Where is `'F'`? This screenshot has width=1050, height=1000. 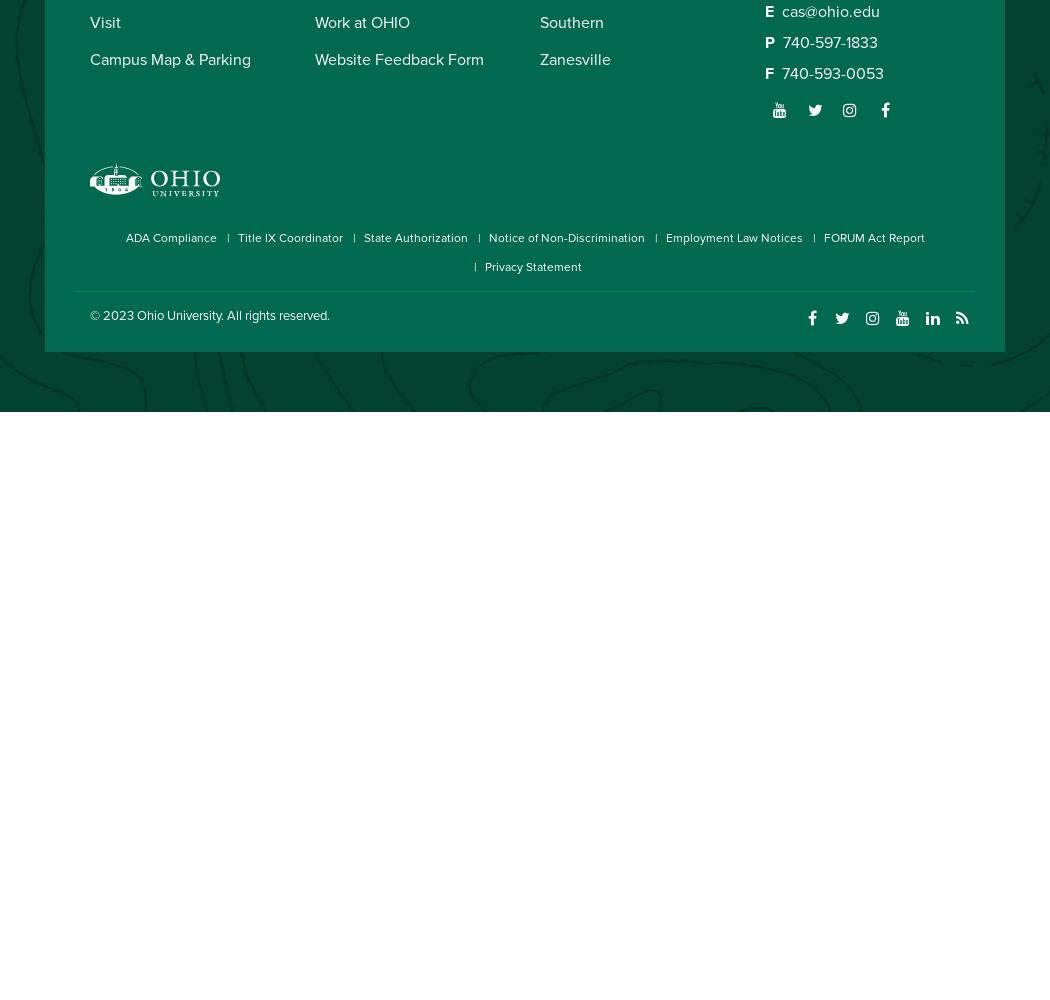
'F' is located at coordinates (769, 72).